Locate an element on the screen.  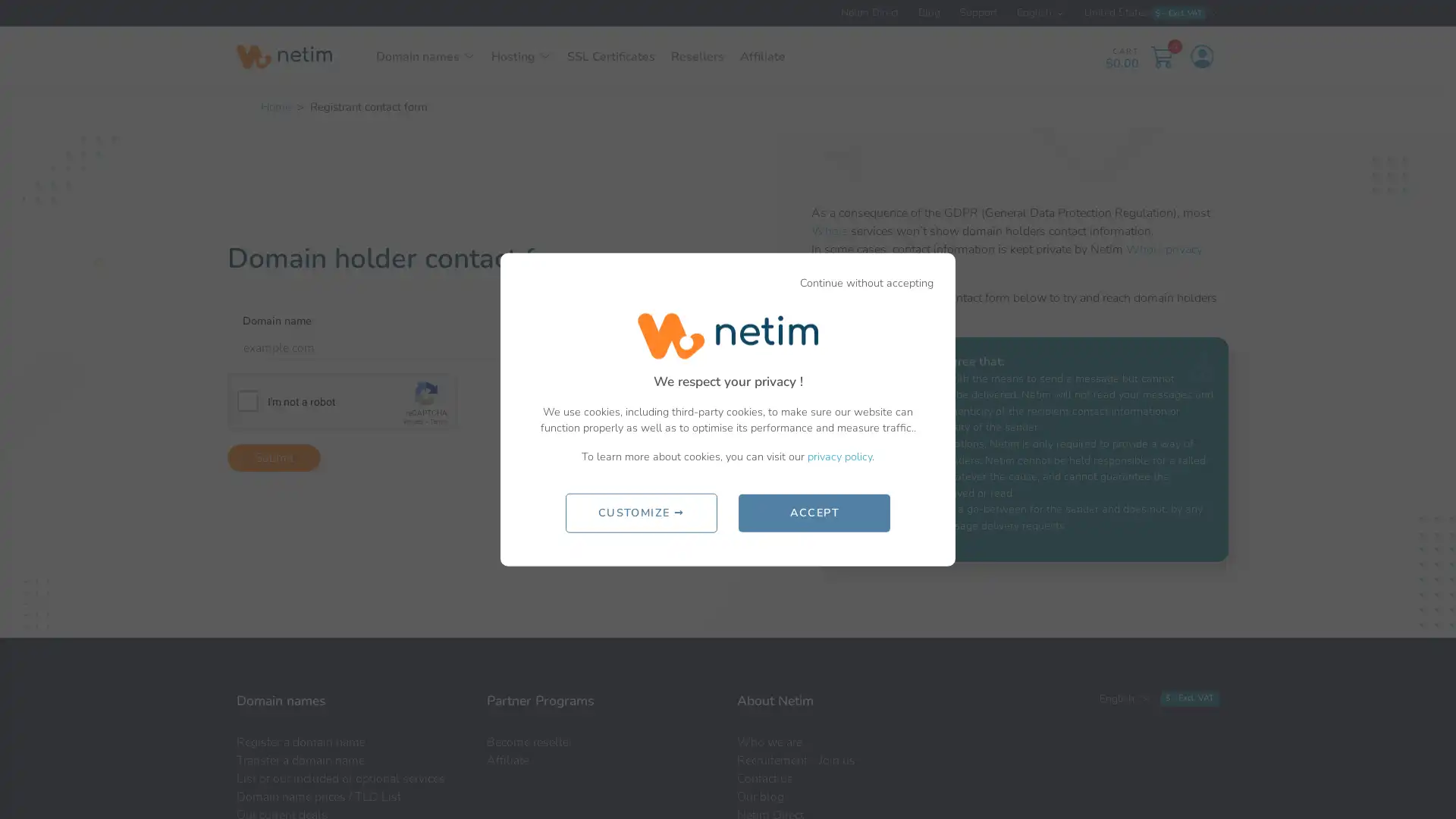
CUSTOMIZE is located at coordinates (640, 512).